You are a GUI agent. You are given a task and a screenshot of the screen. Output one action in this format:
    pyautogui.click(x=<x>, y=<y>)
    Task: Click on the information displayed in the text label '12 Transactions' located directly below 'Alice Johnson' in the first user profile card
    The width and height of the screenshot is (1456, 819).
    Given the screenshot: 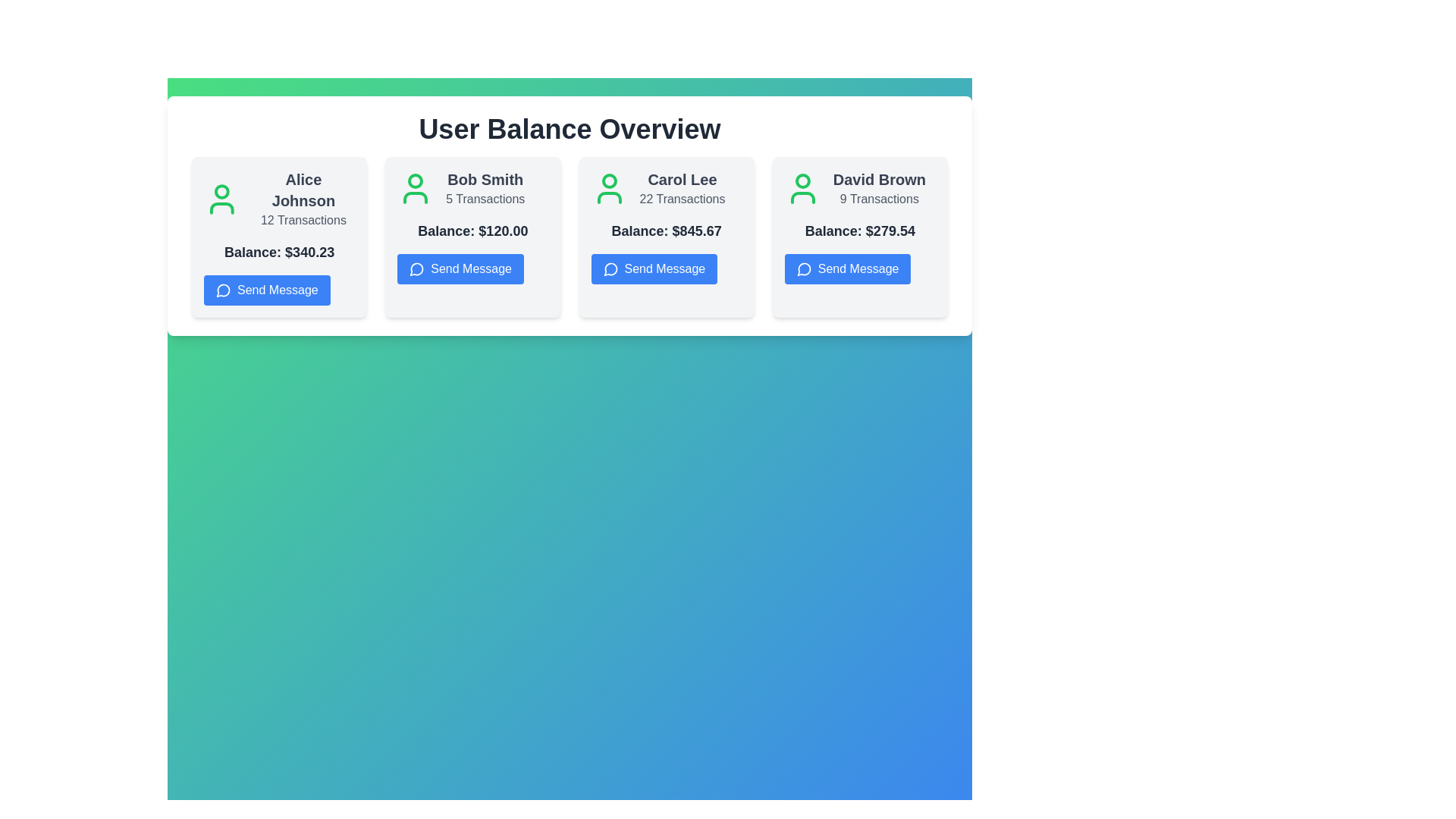 What is the action you would take?
    pyautogui.click(x=303, y=220)
    